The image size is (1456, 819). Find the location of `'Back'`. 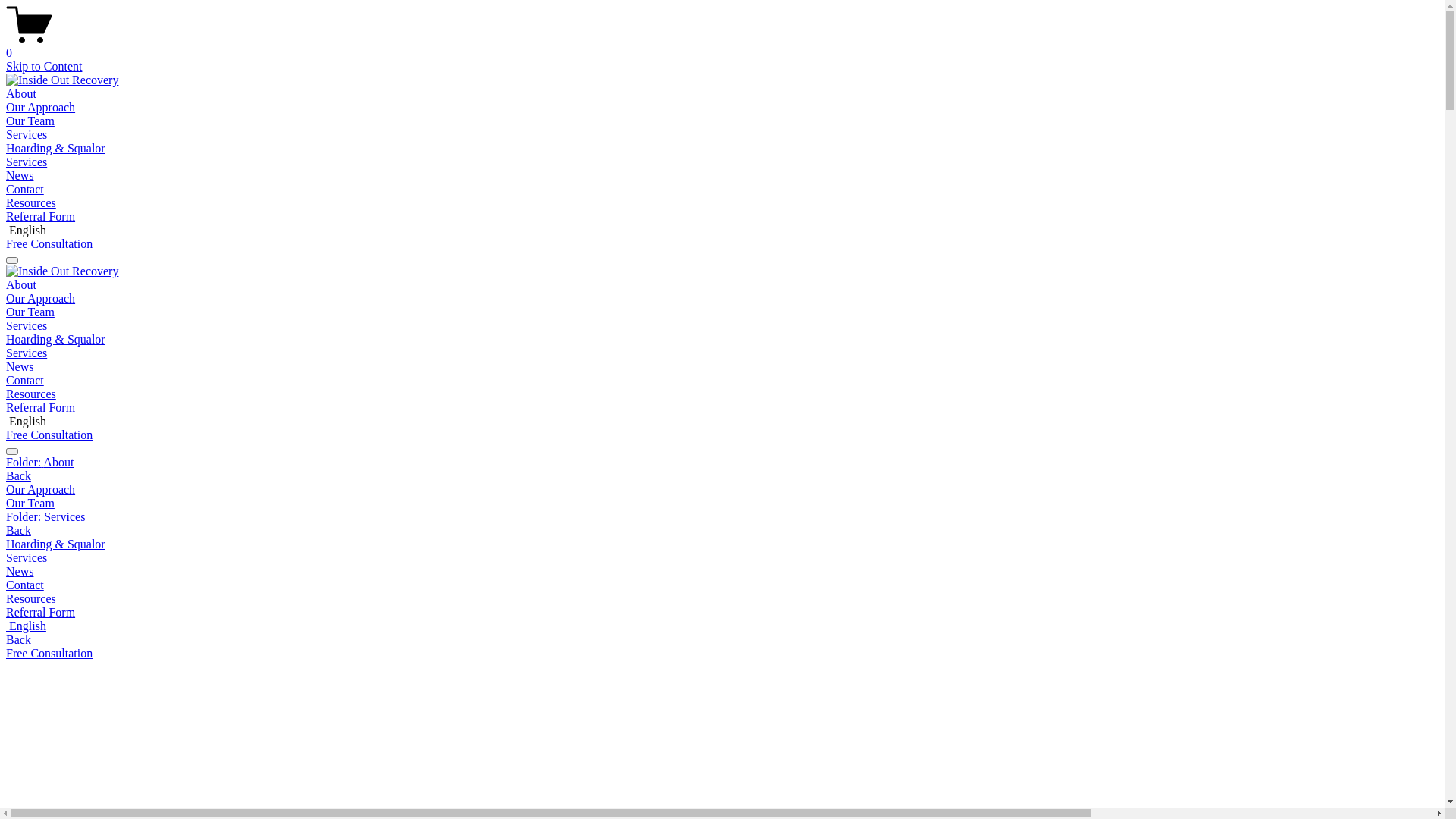

'Back' is located at coordinates (18, 639).